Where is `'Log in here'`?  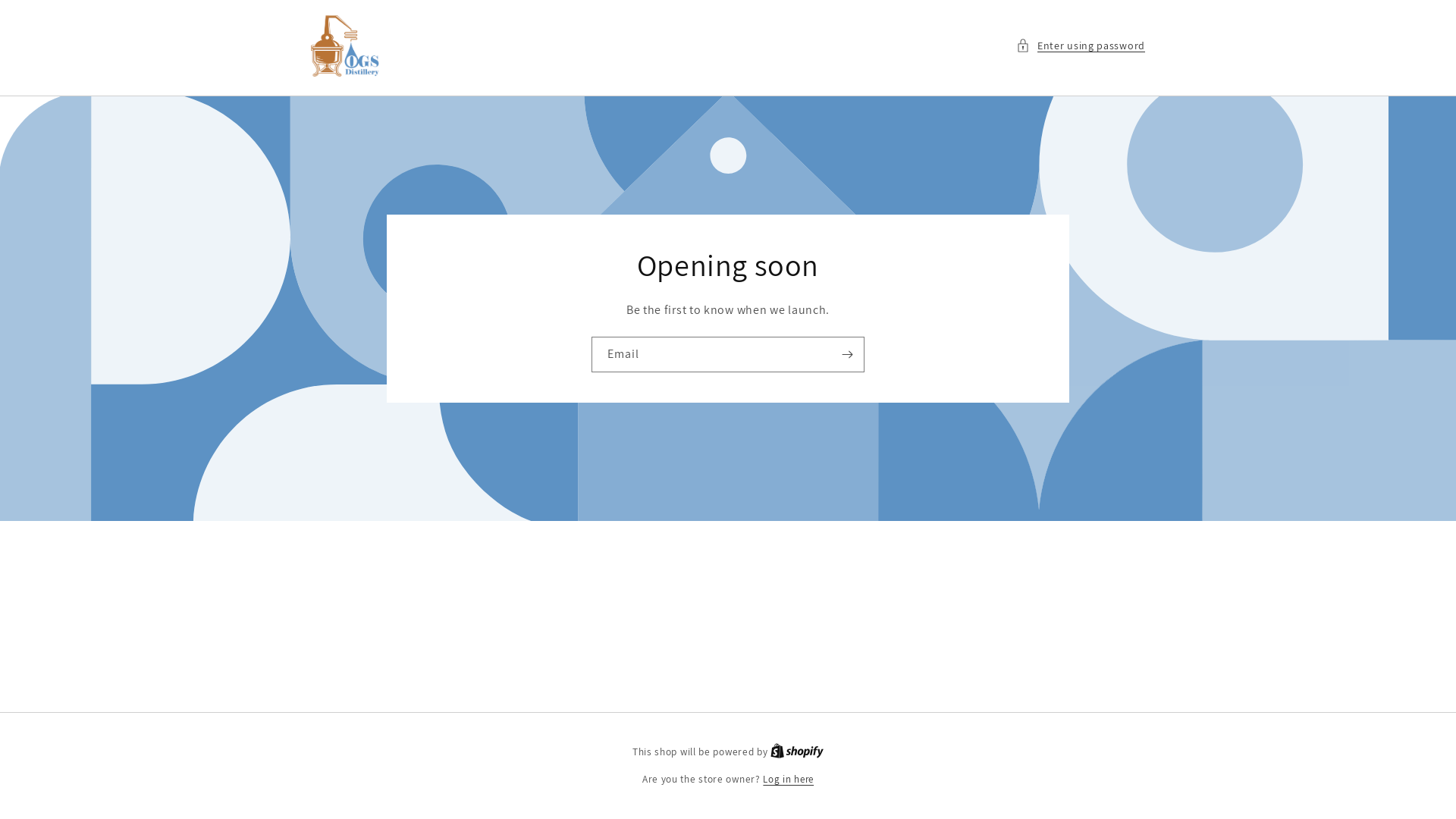 'Log in here' is located at coordinates (763, 780).